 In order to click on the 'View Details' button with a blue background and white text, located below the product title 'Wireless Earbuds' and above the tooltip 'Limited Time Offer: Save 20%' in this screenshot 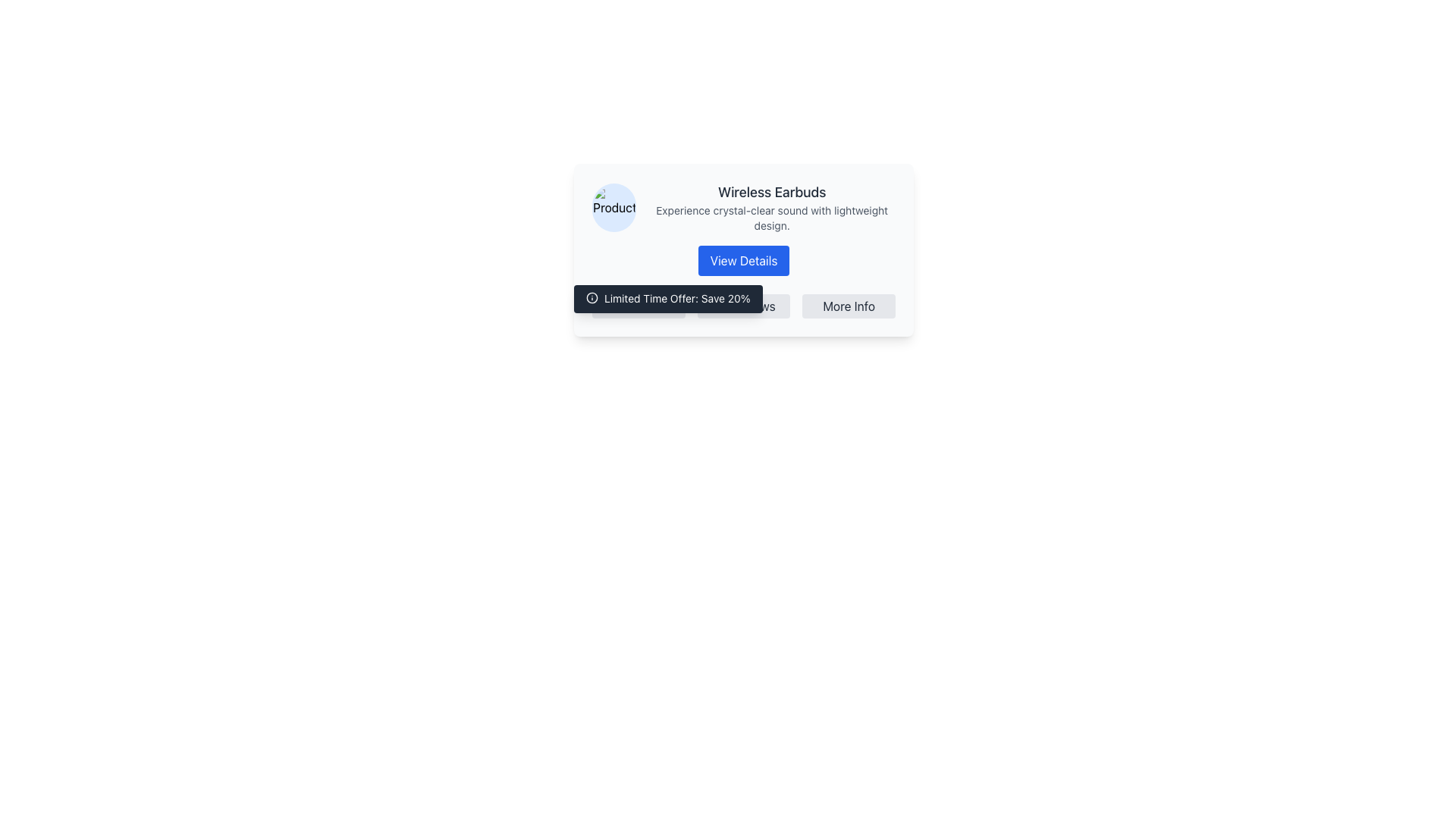, I will do `click(743, 259)`.